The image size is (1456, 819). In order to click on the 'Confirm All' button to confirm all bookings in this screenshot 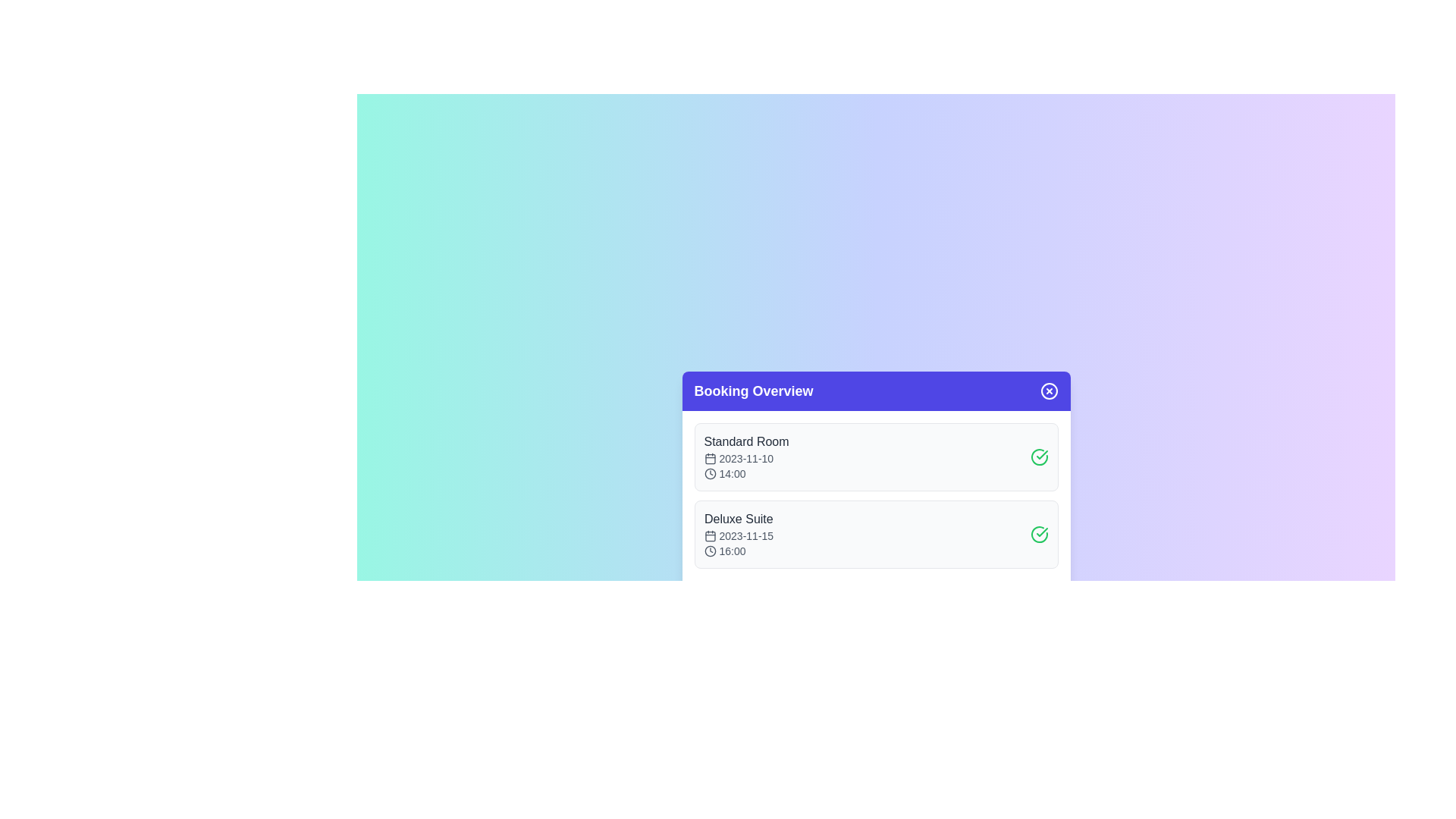, I will do `click(1015, 607)`.